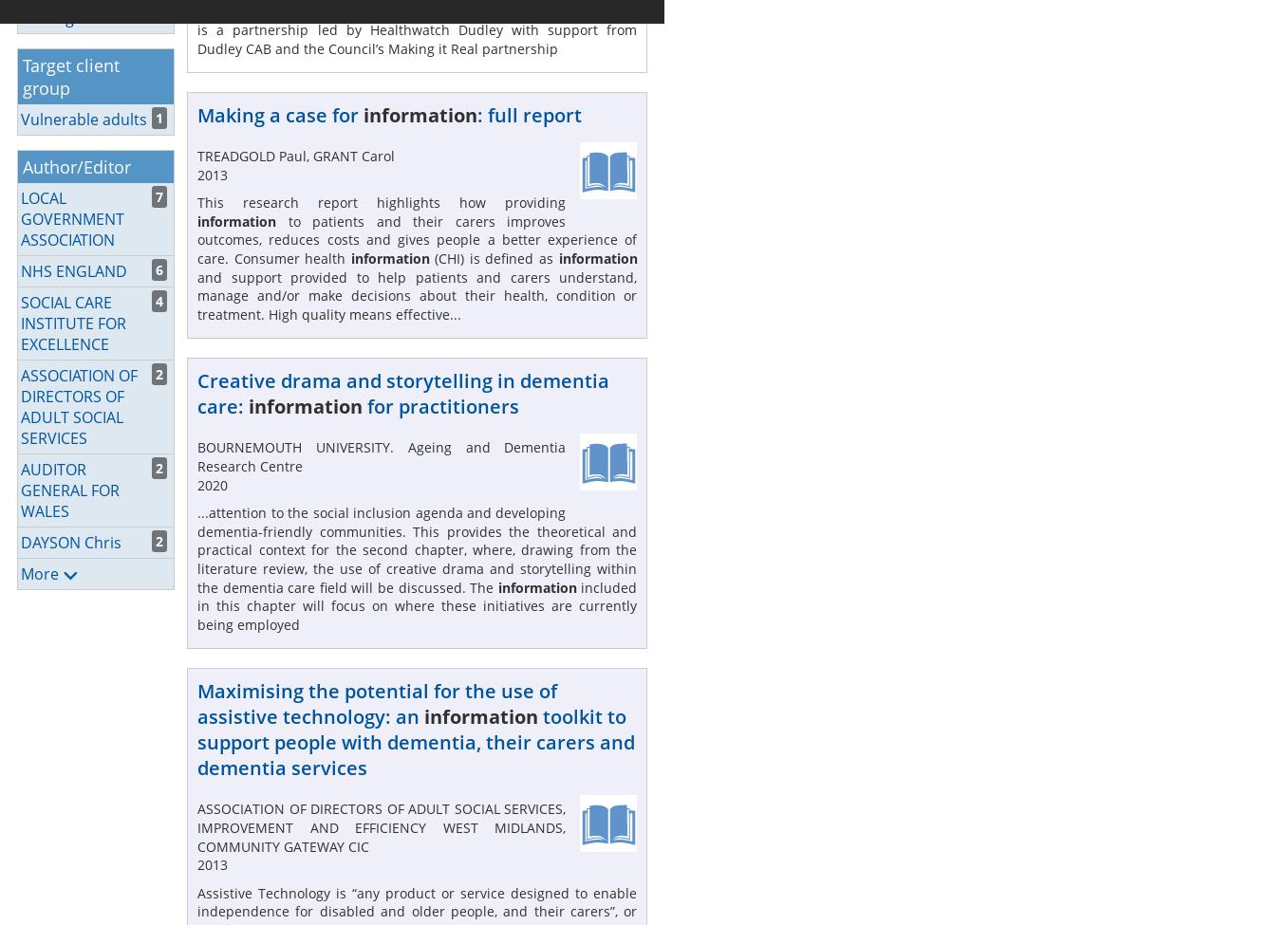  What do you see at coordinates (72, 321) in the screenshot?
I see `'SOCIAL CARE INSTITUTE FOR EXCELLENCE'` at bounding box center [72, 321].